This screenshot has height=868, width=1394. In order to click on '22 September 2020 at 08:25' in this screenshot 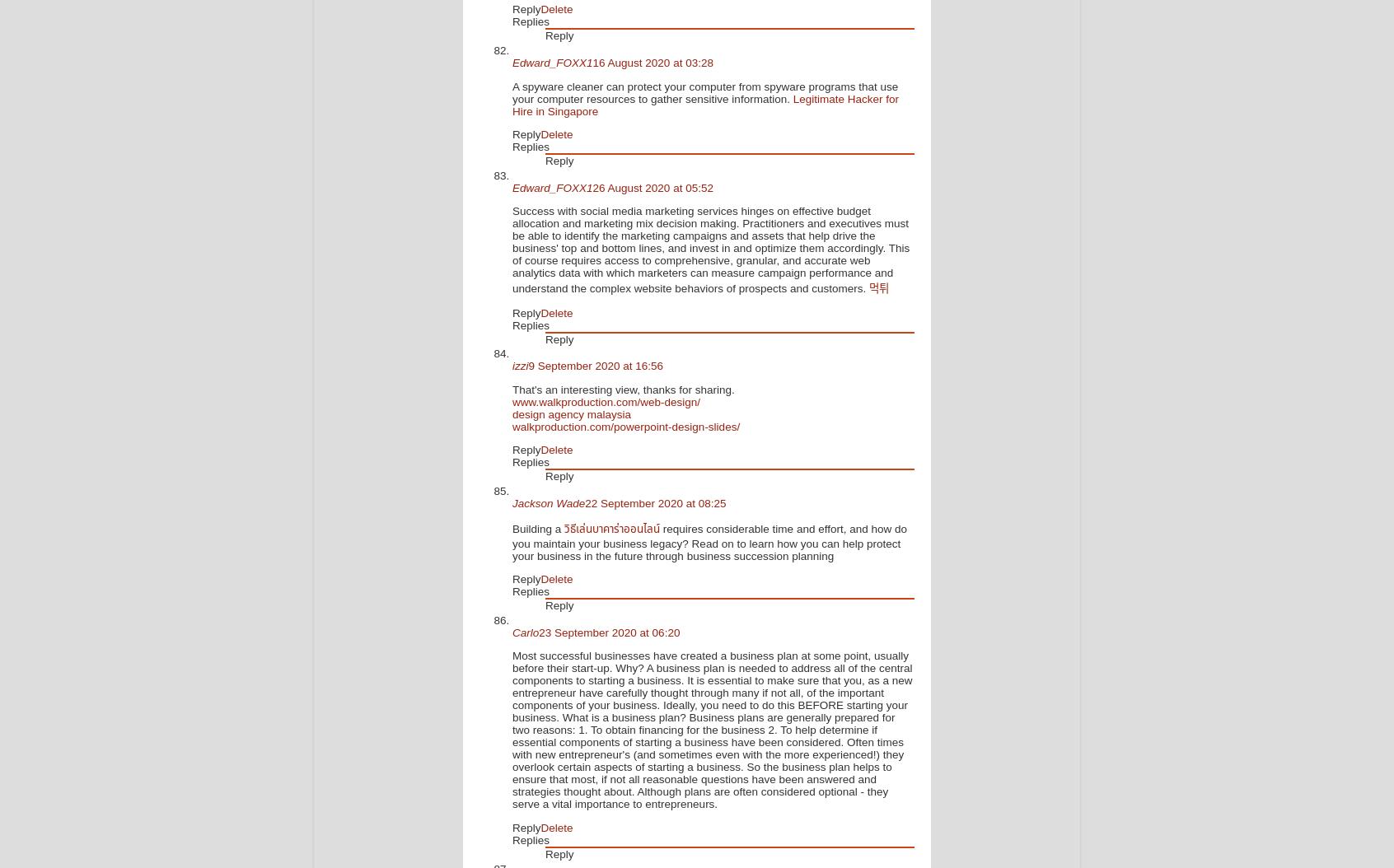, I will do `click(655, 502)`.